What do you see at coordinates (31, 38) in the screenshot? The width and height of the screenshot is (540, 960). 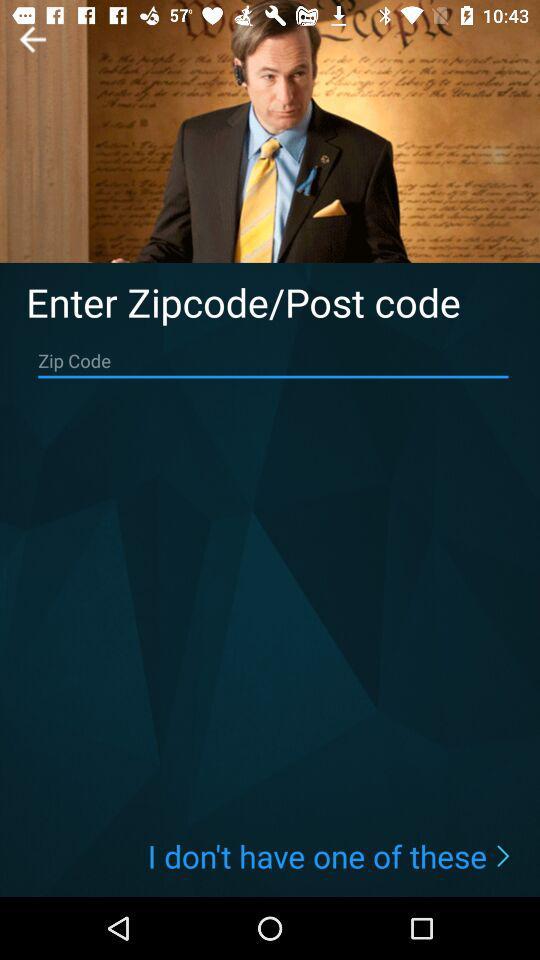 I see `the arrow_backward icon` at bounding box center [31, 38].